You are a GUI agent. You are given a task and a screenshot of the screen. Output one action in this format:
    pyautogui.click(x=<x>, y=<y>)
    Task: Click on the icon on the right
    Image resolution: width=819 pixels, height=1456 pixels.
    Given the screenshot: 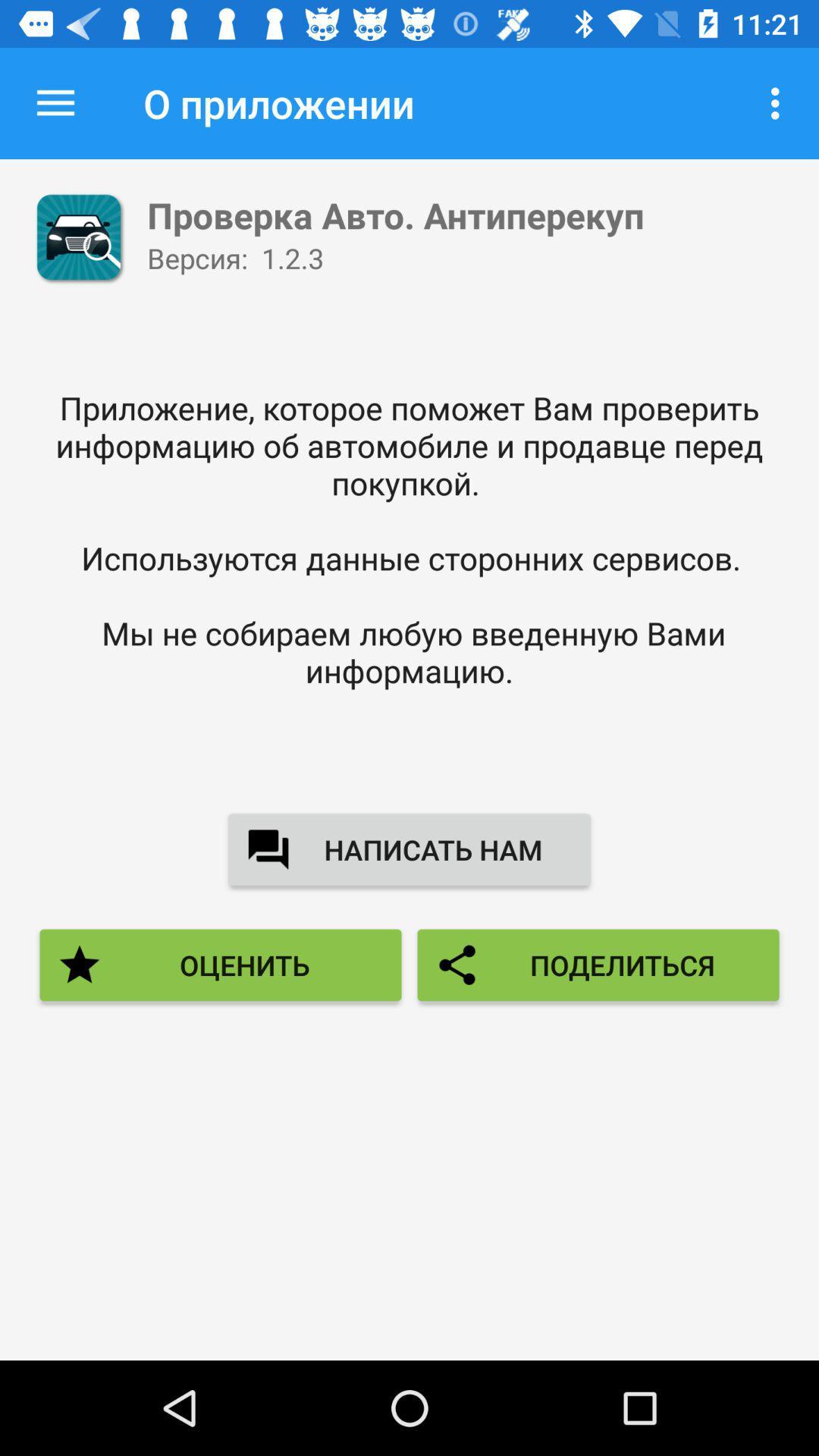 What is the action you would take?
    pyautogui.click(x=598, y=964)
    